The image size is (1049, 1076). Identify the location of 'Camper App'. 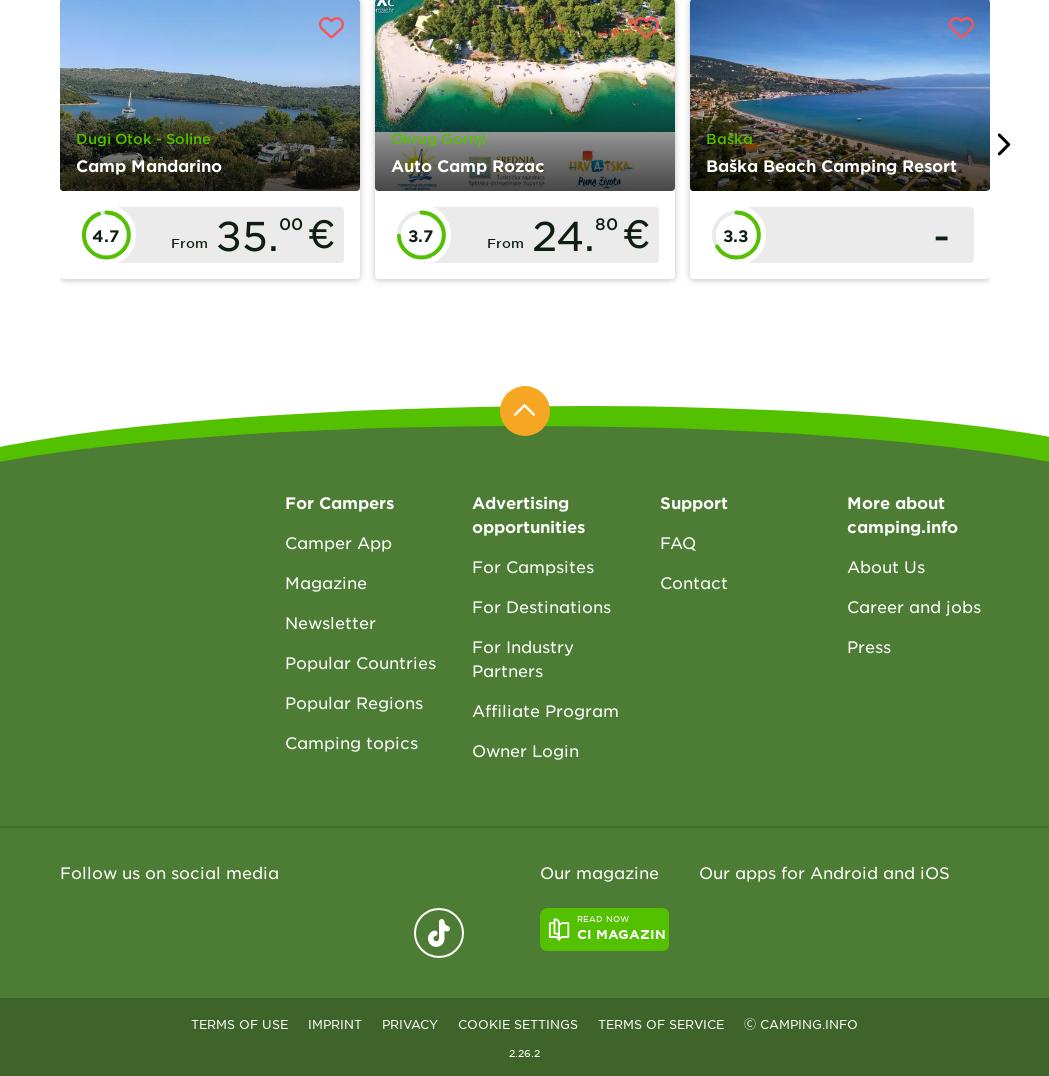
(336, 540).